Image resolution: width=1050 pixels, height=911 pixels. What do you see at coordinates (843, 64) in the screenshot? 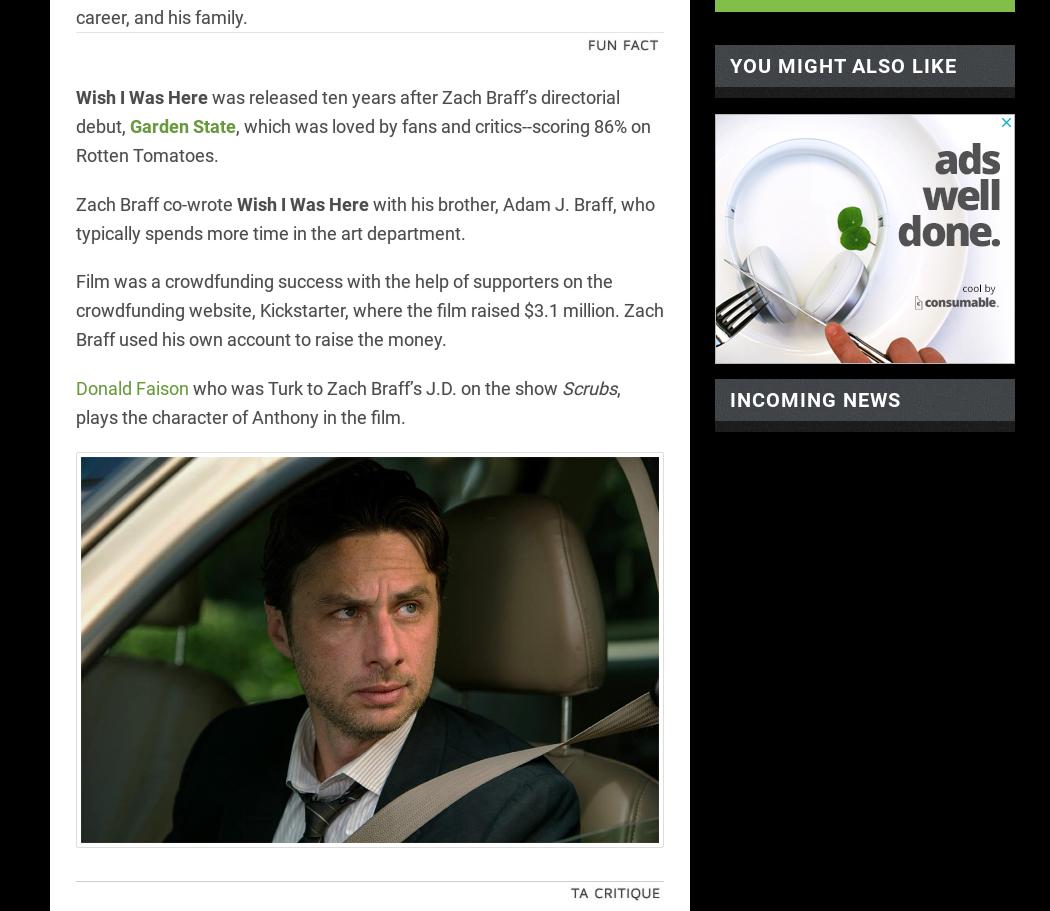
I see `'You Might Also Like'` at bounding box center [843, 64].